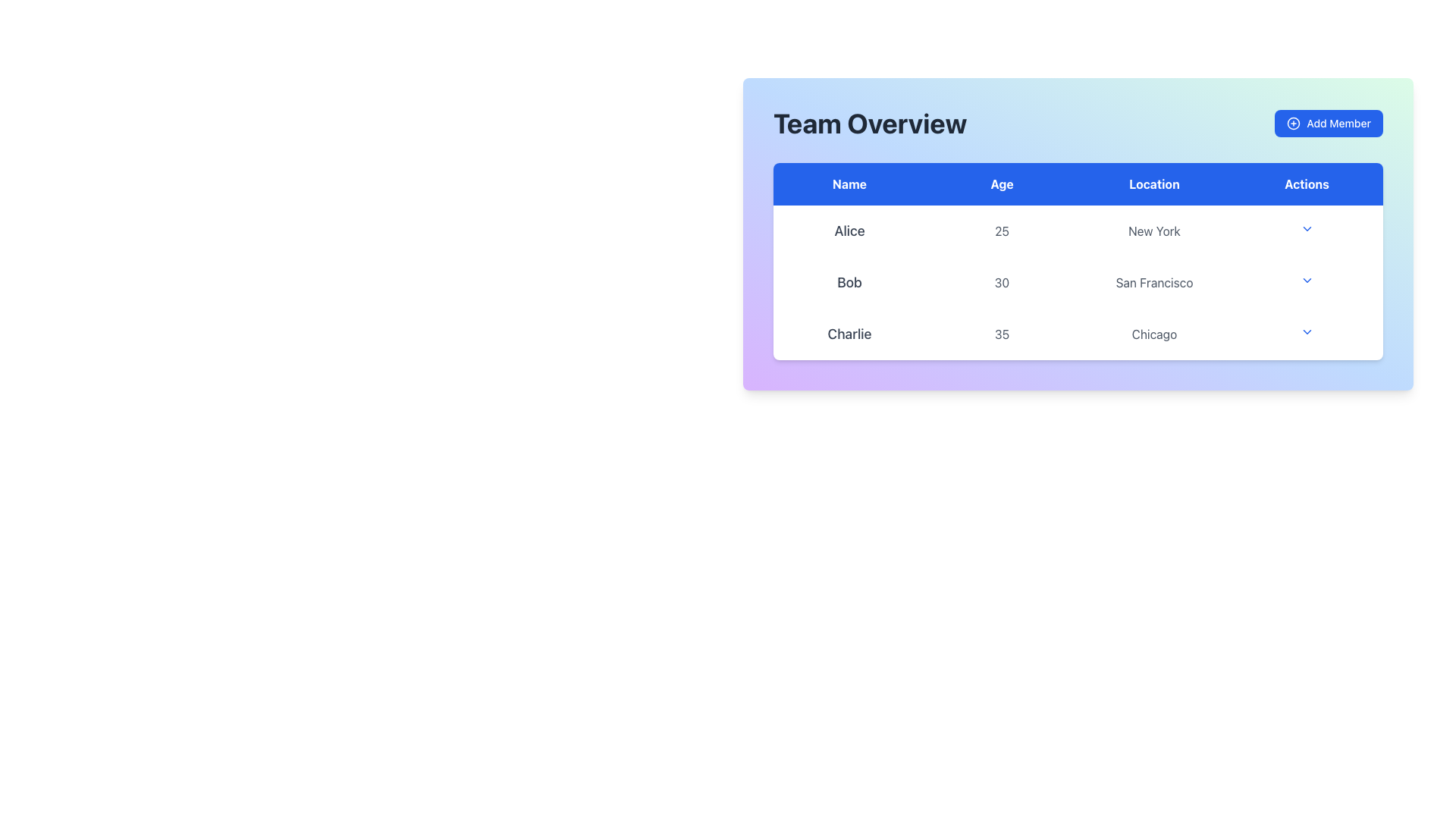  Describe the element at coordinates (1153, 184) in the screenshot. I see `'Location' header tab for layout alignment, which is the third tab in the header row, positioned between the 'Age' and 'Actions' tabs` at that location.